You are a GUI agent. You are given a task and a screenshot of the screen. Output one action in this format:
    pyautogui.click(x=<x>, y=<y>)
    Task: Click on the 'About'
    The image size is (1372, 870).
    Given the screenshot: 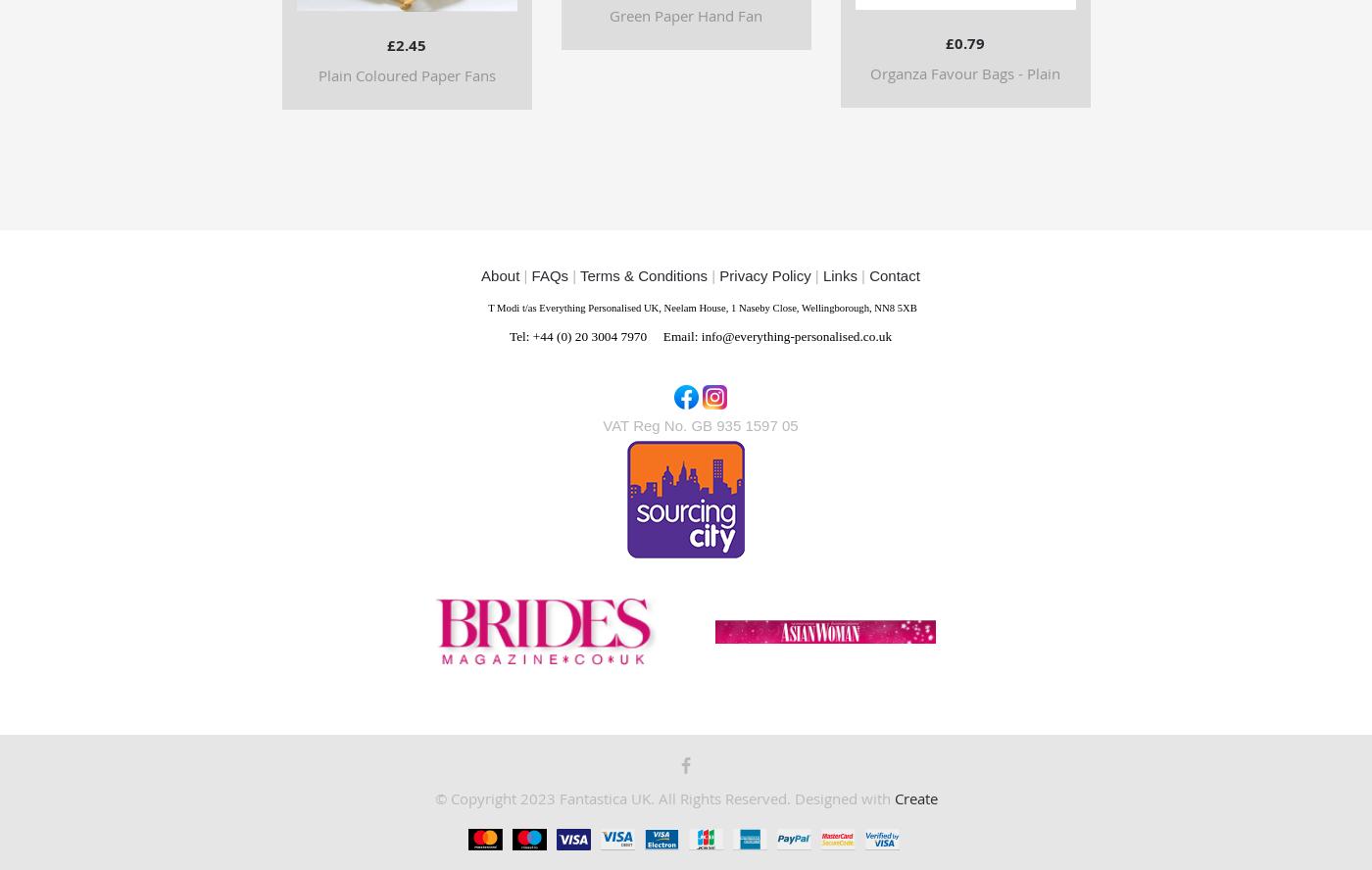 What is the action you would take?
    pyautogui.click(x=500, y=274)
    